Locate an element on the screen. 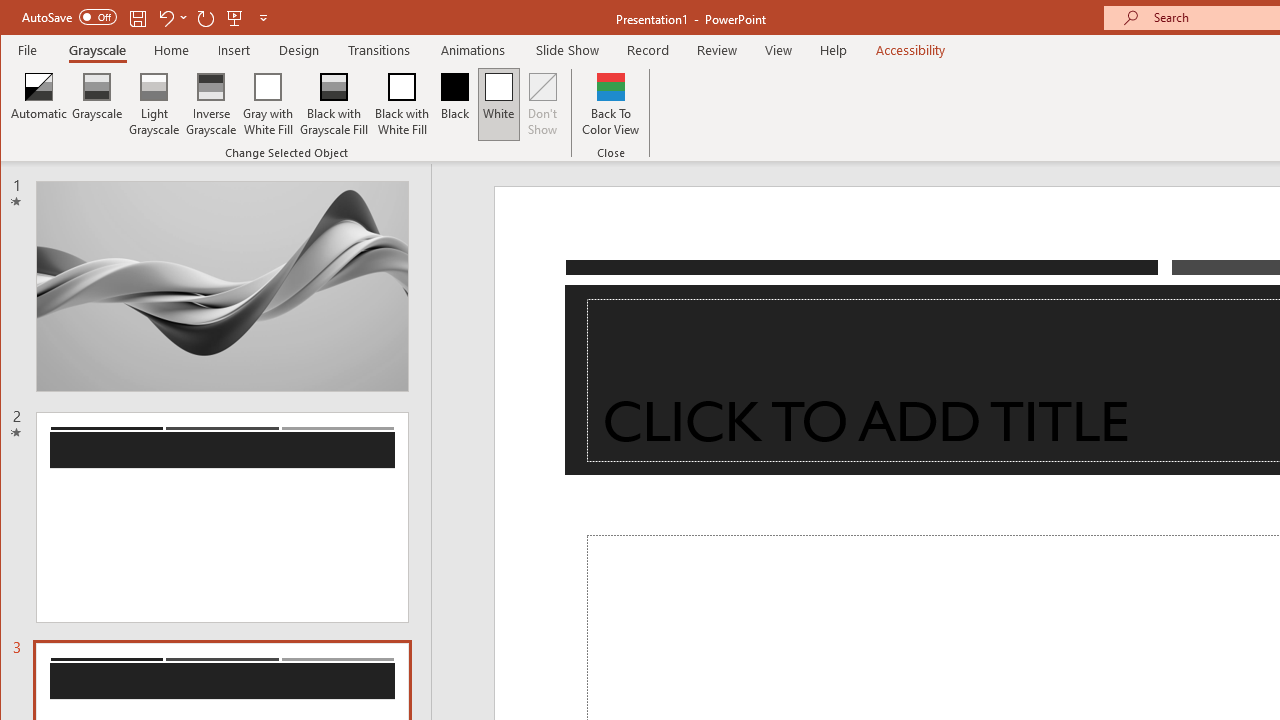 This screenshot has height=720, width=1280. 'Black with White Fill' is located at coordinates (401, 104).